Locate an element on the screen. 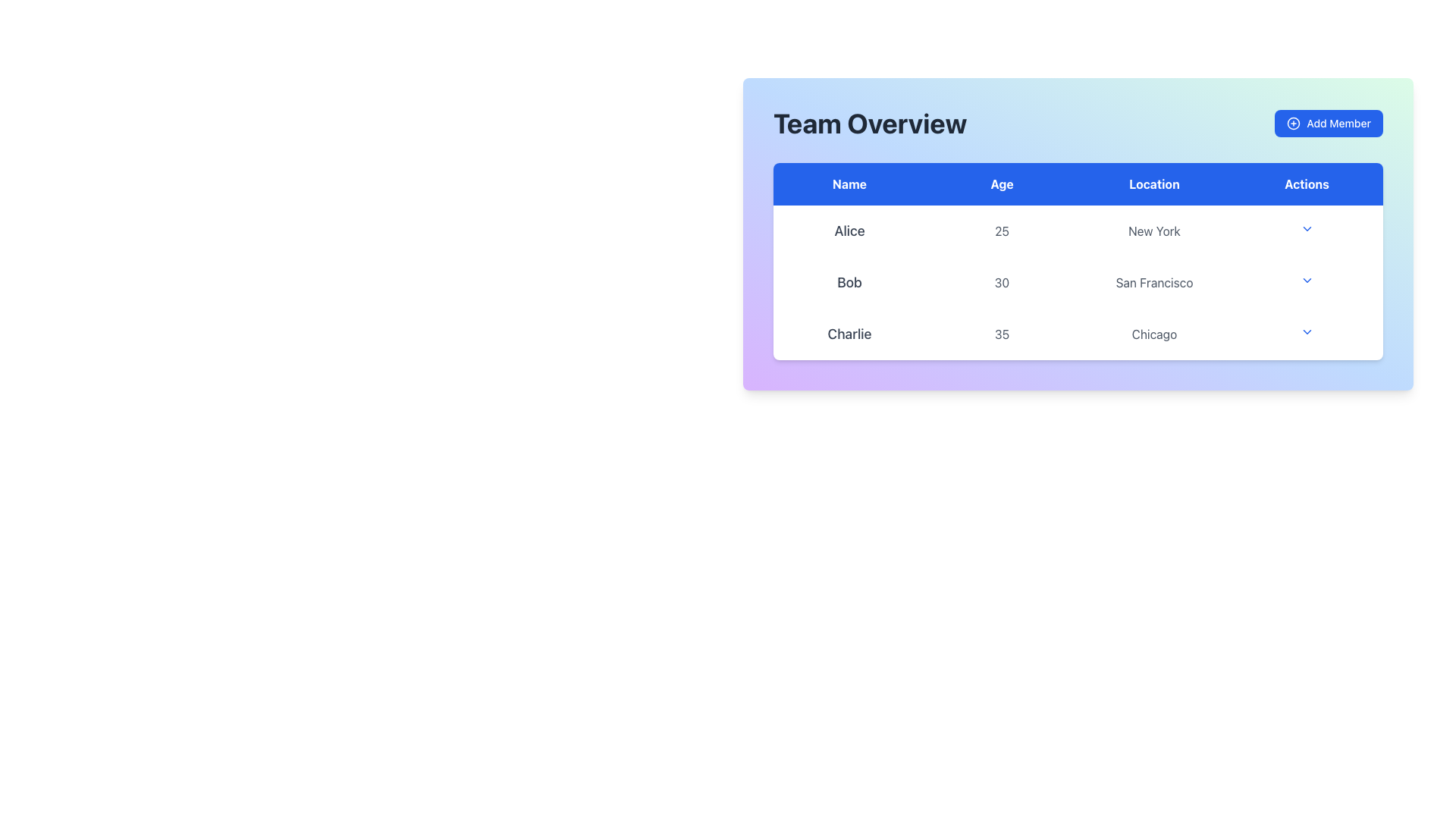  the small downward-facing chevron icon styled in blue located in the 'Actions' column of the table aligned with the 'New York' row is located at coordinates (1306, 228).